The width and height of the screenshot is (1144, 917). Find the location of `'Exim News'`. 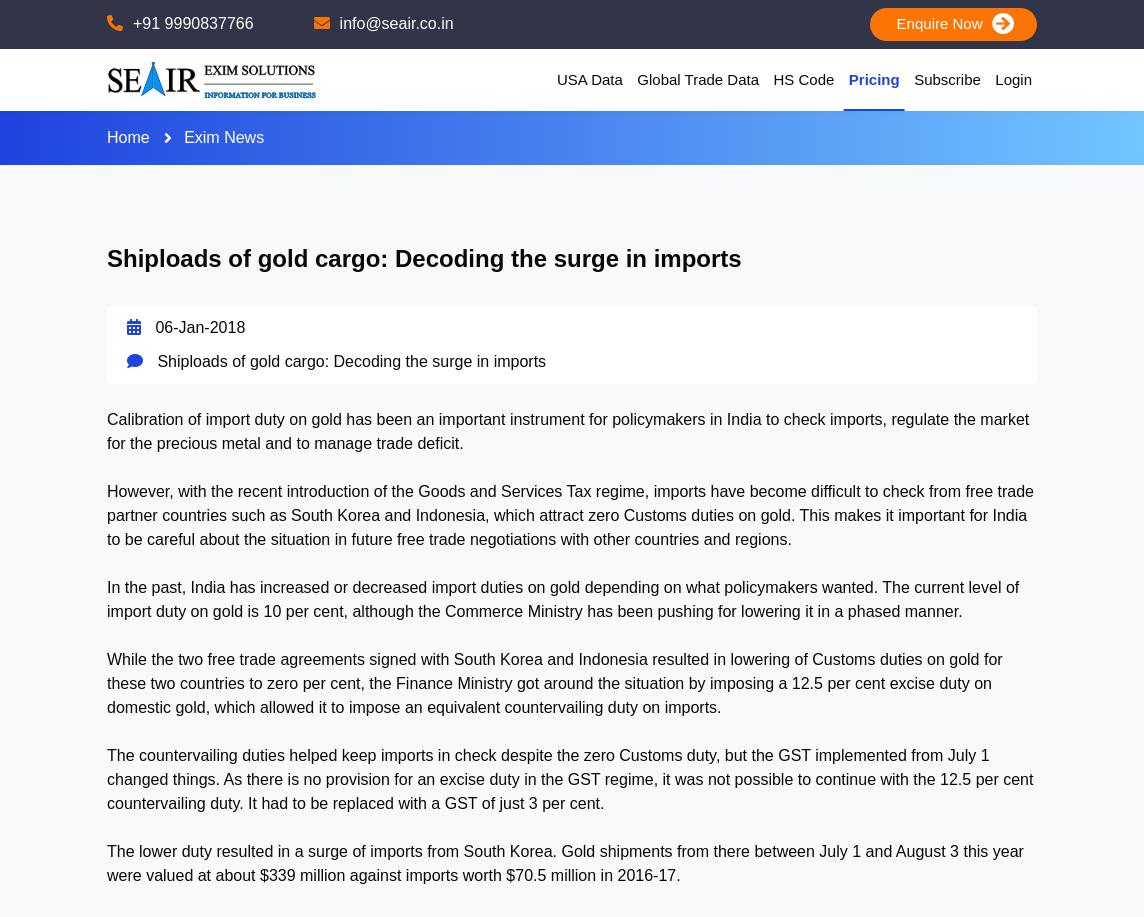

'Exim News' is located at coordinates (222, 137).